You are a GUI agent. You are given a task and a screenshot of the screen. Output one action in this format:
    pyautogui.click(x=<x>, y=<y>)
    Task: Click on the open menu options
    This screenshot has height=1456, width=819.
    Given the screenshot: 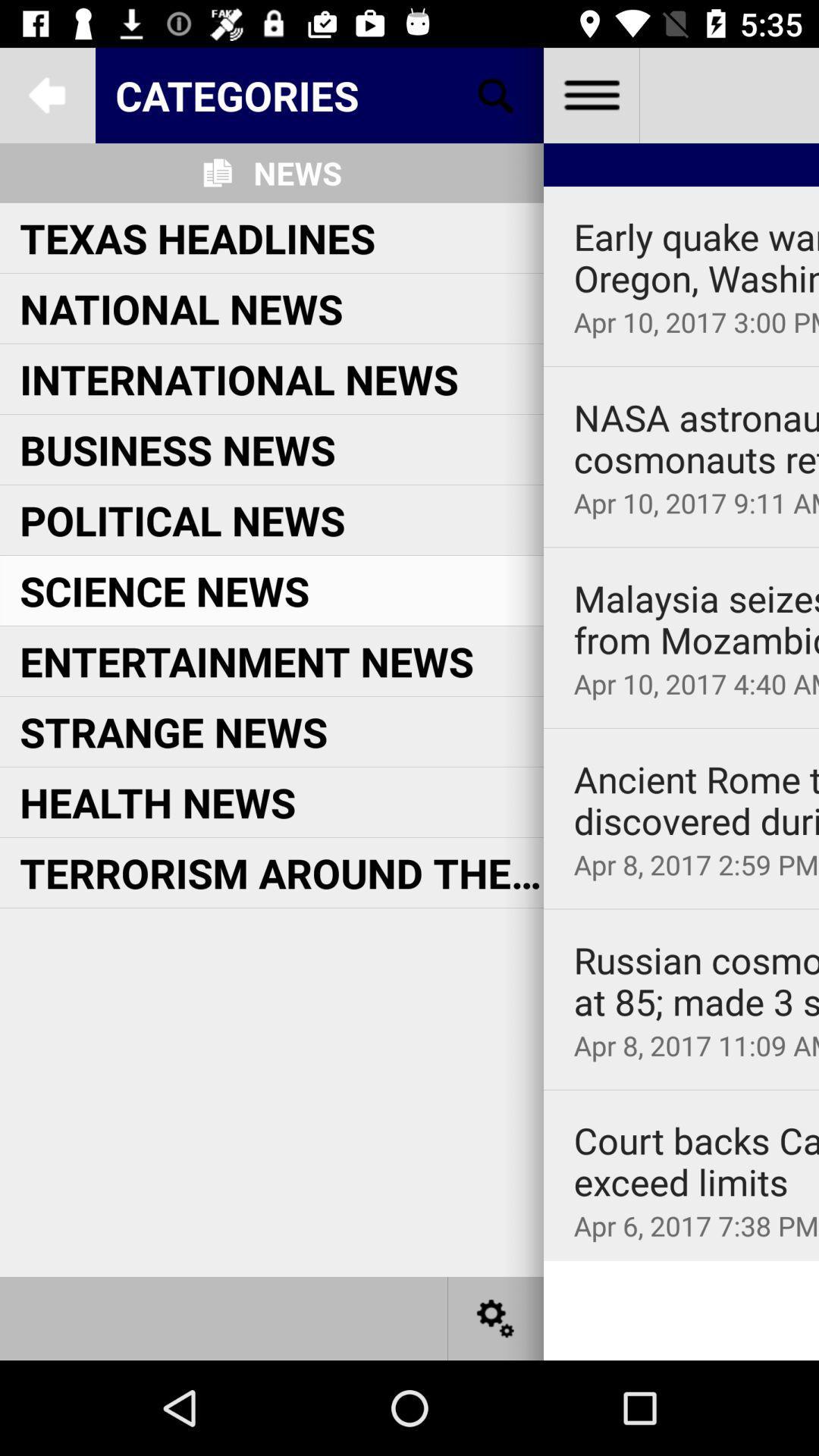 What is the action you would take?
    pyautogui.click(x=590, y=94)
    